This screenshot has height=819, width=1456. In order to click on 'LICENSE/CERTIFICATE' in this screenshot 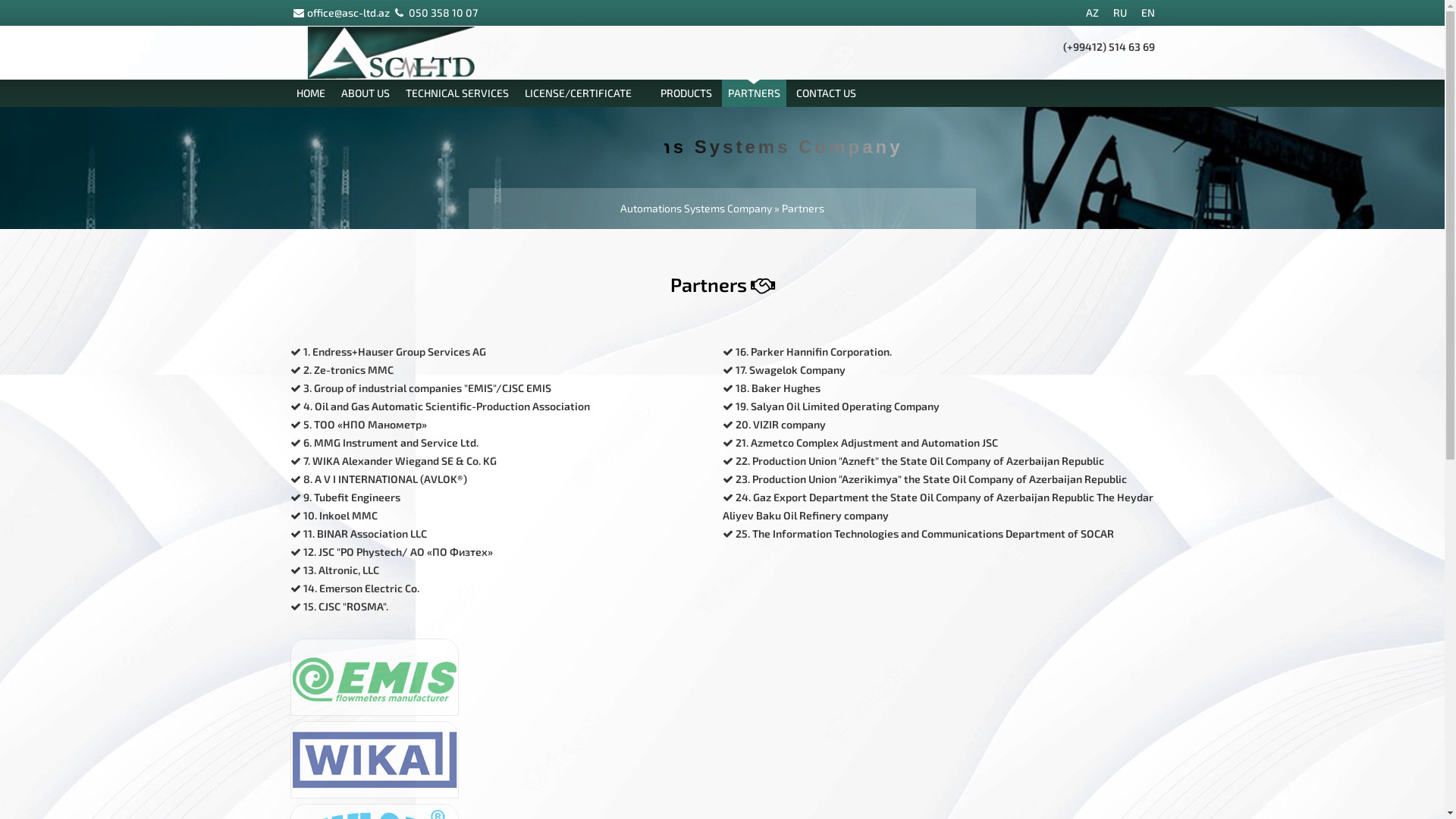, I will do `click(584, 93)`.